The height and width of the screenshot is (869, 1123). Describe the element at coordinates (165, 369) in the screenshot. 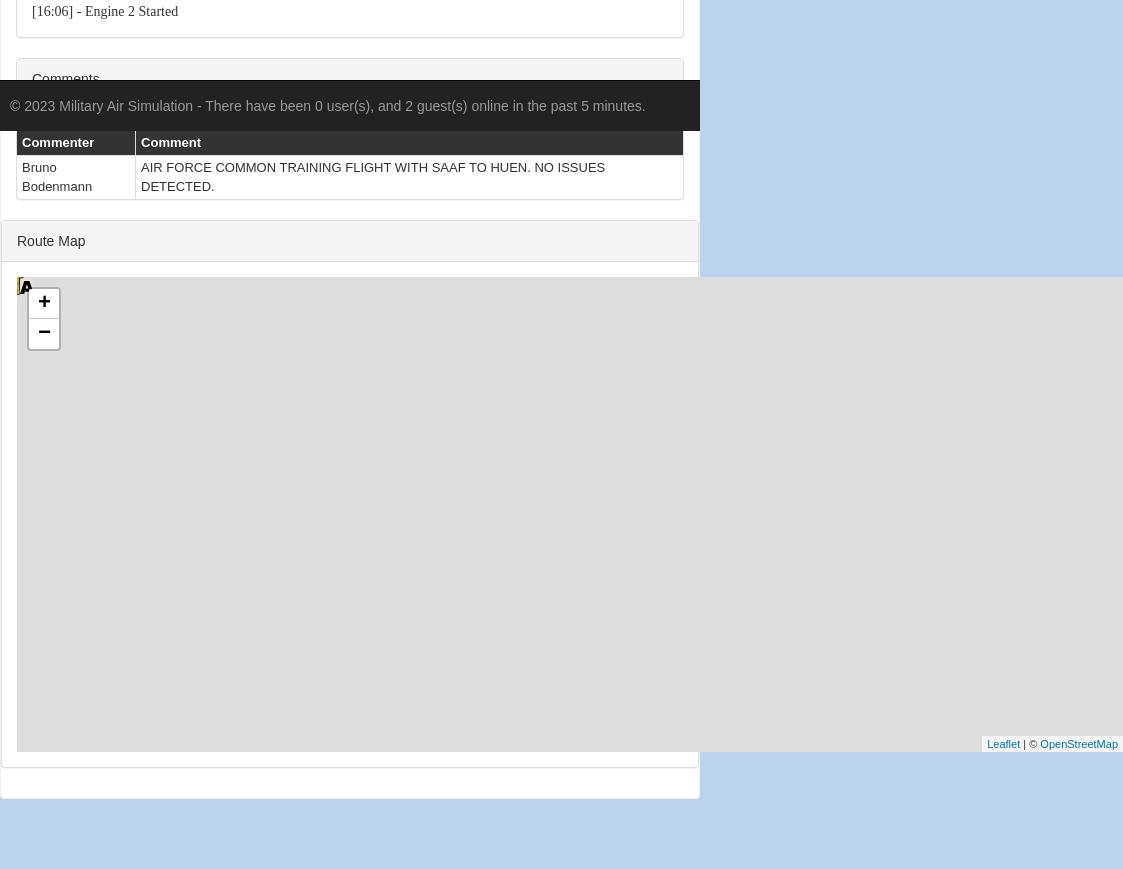

I see `'[16:08] - Taking Off with 0 passengers on board'` at that location.